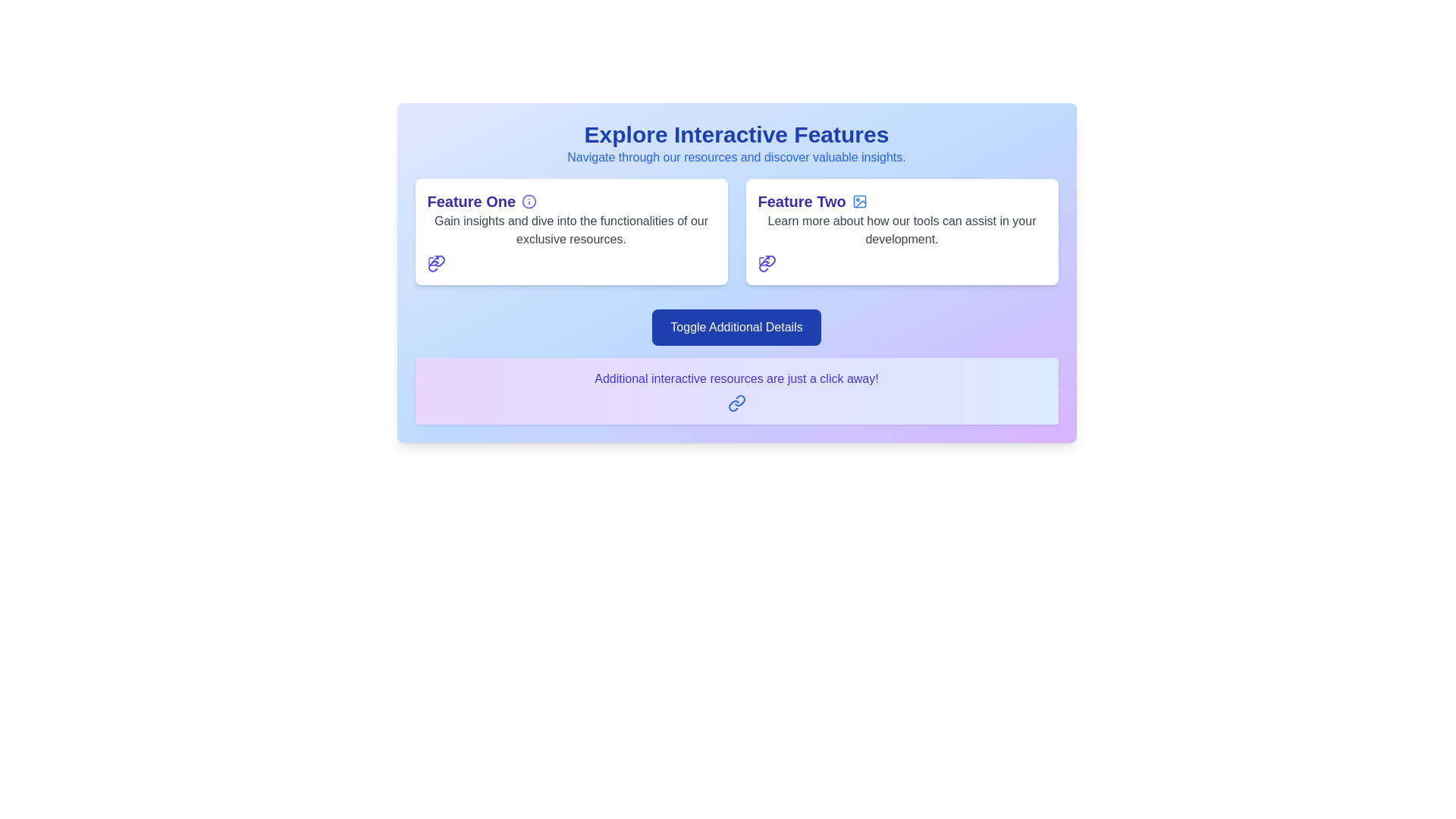 This screenshot has height=819, width=1456. Describe the element at coordinates (432, 259) in the screenshot. I see `the External Link icon located at the bottom left of the 'Feature One' card` at that location.